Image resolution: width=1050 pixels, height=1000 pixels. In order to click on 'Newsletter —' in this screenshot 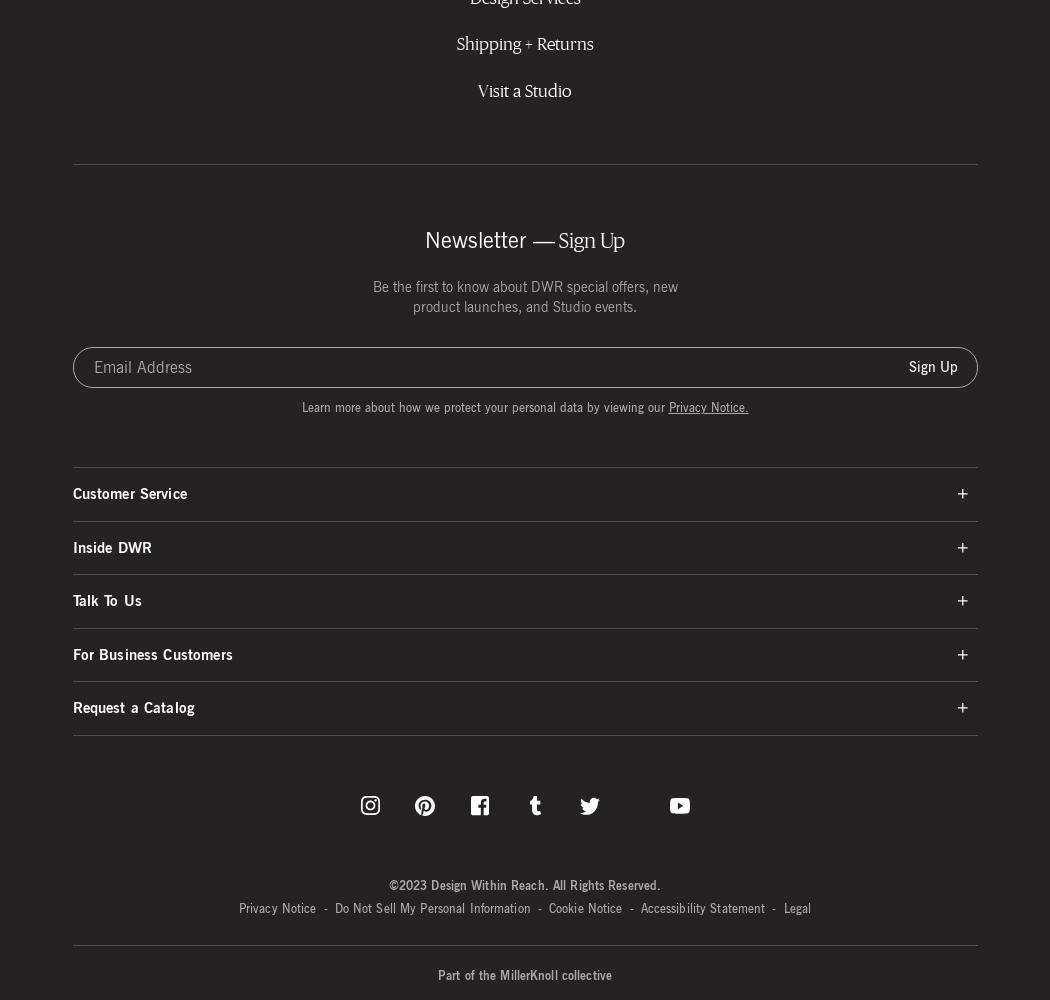, I will do `click(489, 239)`.